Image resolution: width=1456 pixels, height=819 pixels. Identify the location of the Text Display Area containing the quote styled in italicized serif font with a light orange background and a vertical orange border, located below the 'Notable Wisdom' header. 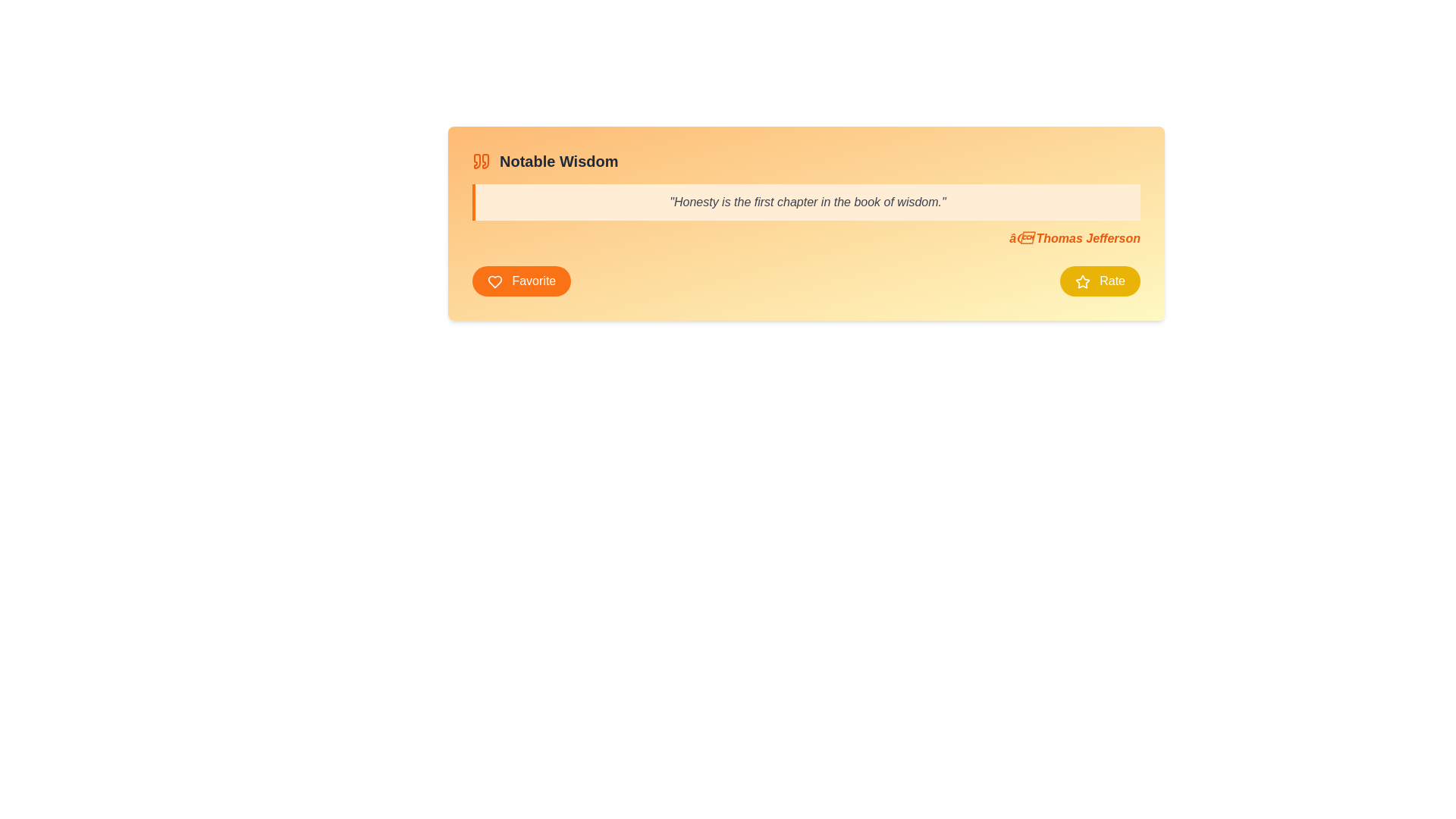
(805, 201).